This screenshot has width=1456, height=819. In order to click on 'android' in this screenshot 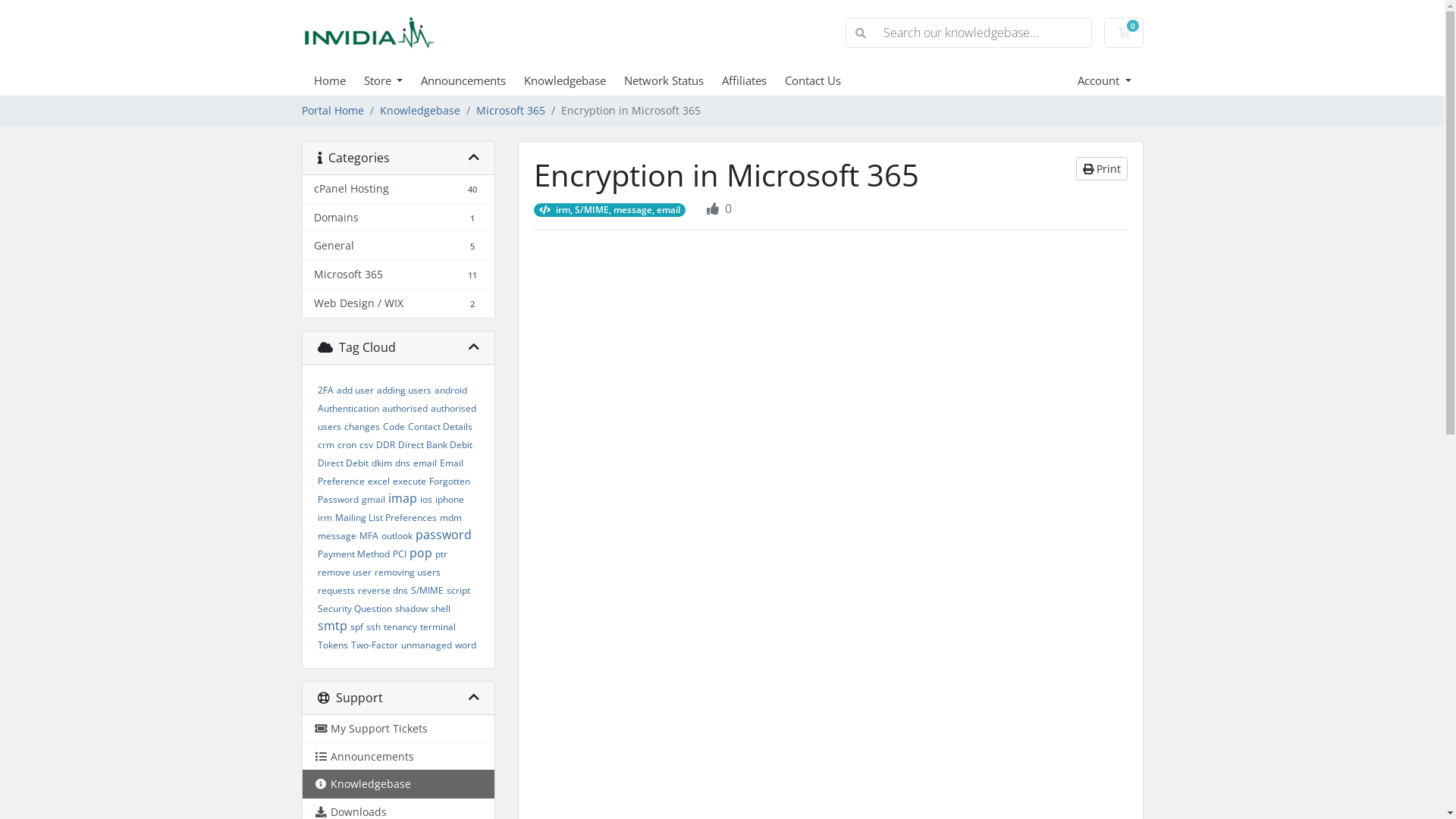, I will do `click(449, 389)`.